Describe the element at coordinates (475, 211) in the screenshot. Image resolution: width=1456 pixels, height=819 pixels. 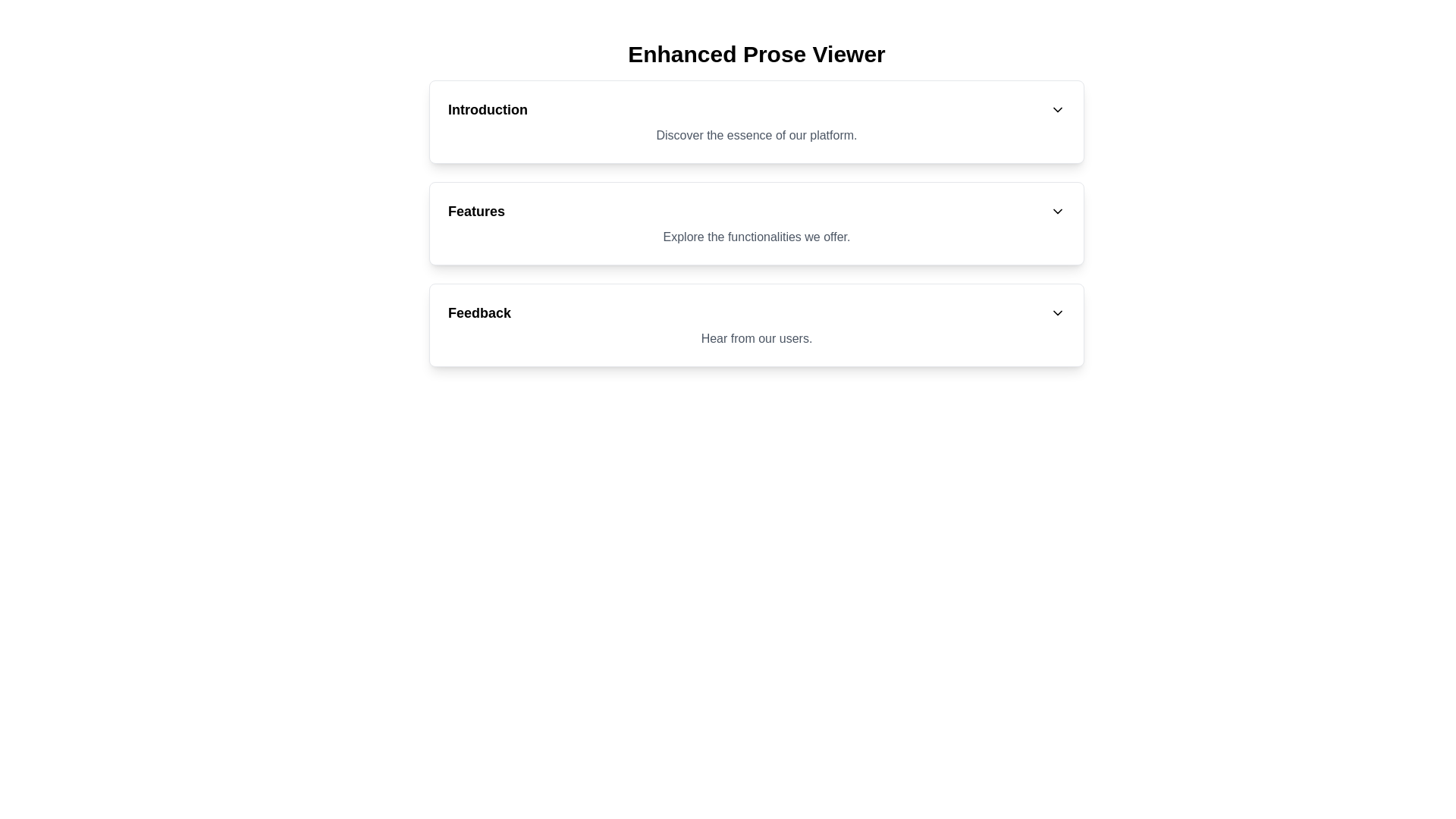
I see `the static text header labeled 'Features', which is styled with a large and bold font, located below the 'Introduction' section and above the 'Feedback' section, aligned to the left` at that location.